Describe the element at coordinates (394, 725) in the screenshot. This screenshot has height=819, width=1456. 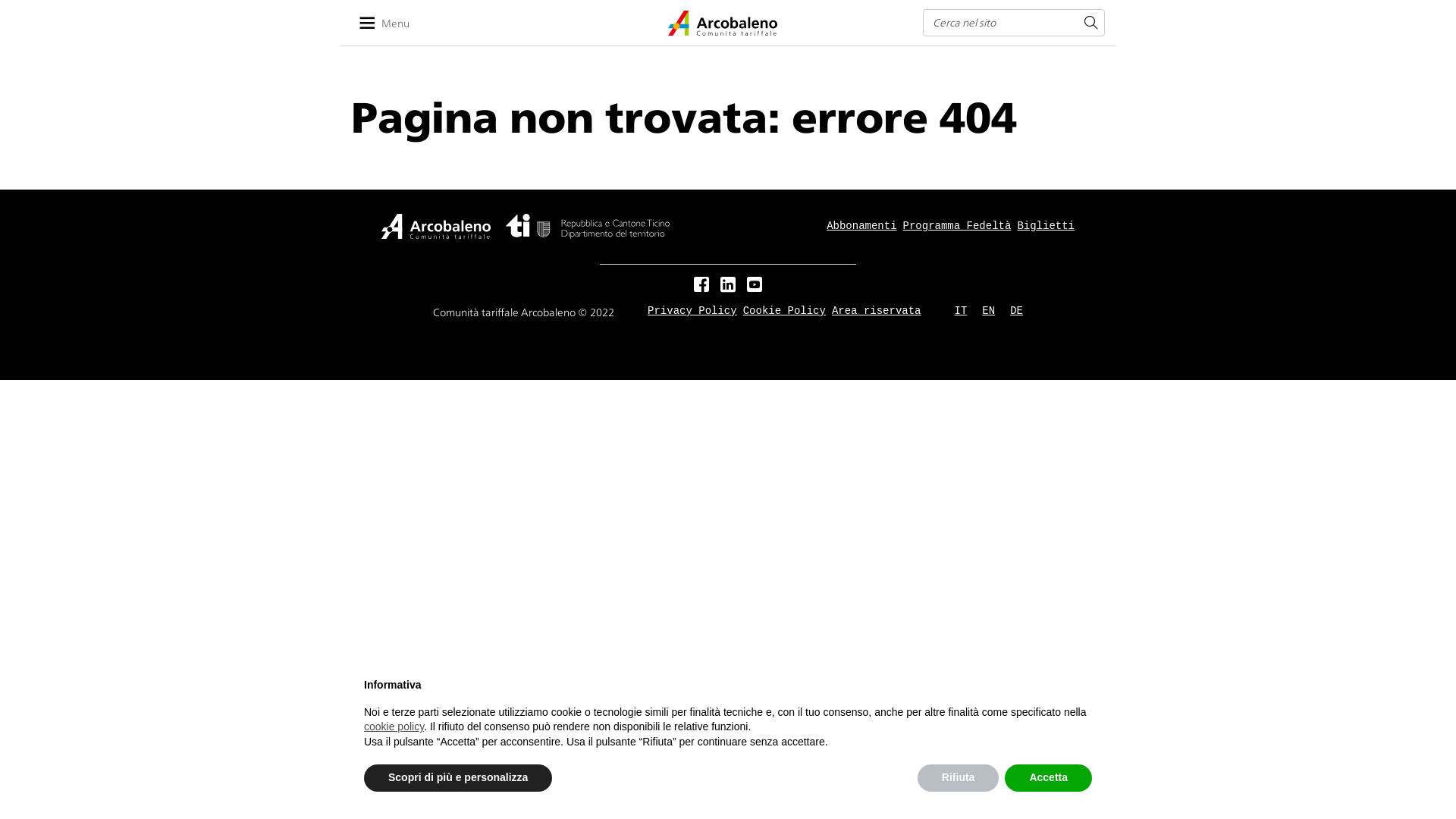
I see `'cookie policy'` at that location.